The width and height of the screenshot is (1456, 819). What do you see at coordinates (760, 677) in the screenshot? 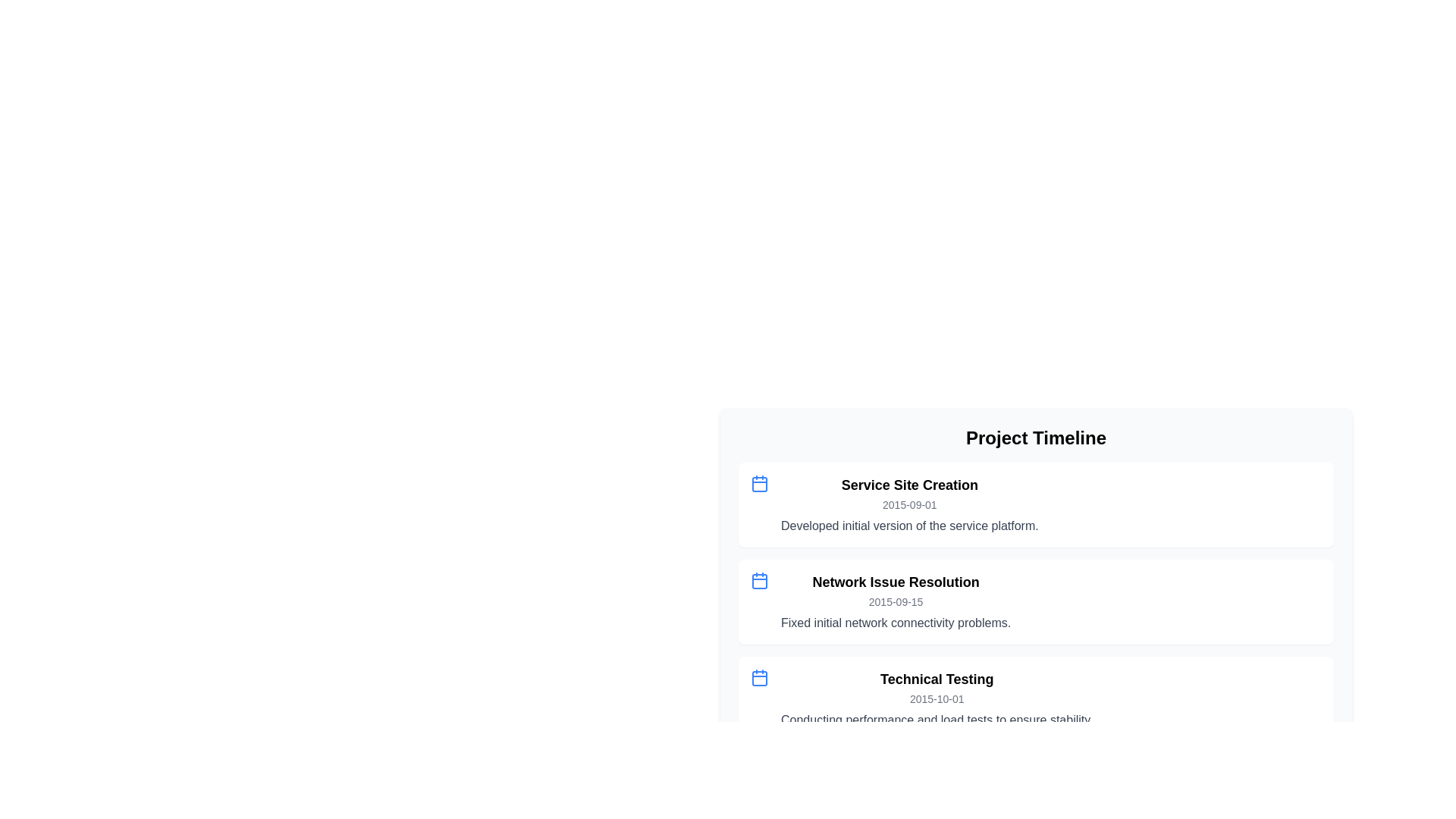
I see `the blue calendar icon representing the date indicator, located as the leftmost component of the third project timeline entry alongside 'Technical Testing' and '2015-10-01'` at bounding box center [760, 677].